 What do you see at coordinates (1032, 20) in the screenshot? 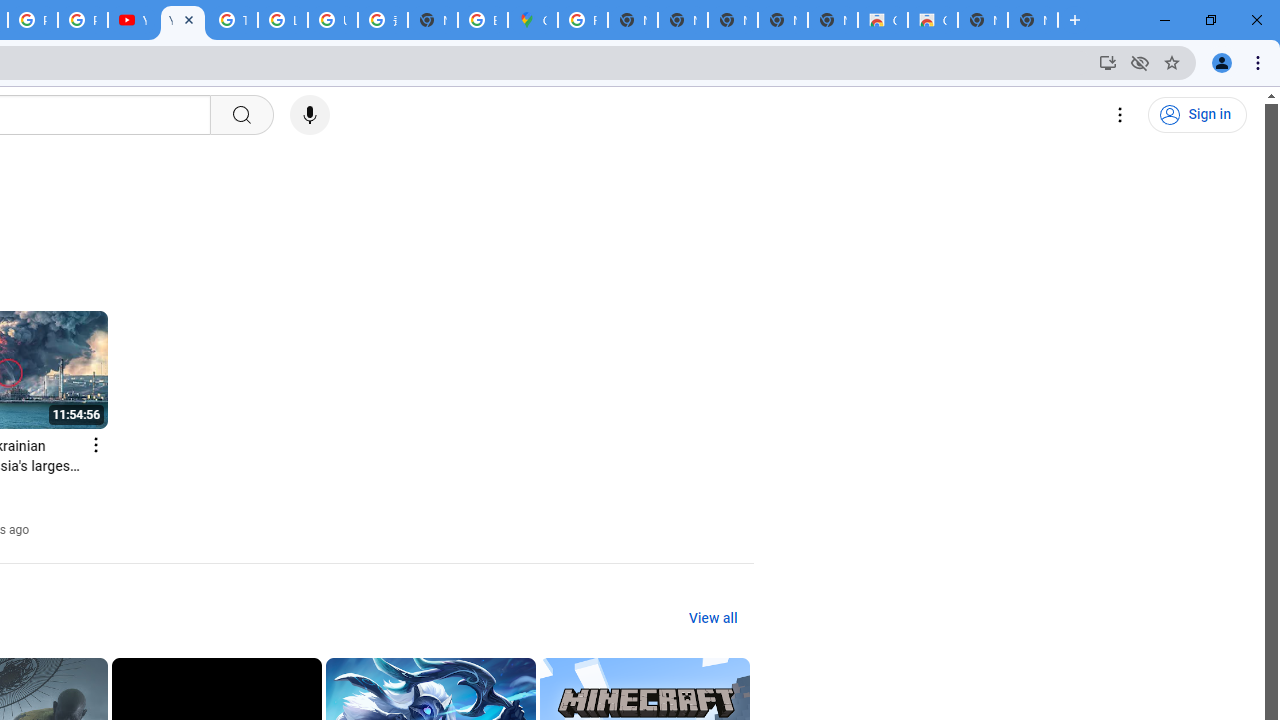
I see `'New Tab'` at bounding box center [1032, 20].